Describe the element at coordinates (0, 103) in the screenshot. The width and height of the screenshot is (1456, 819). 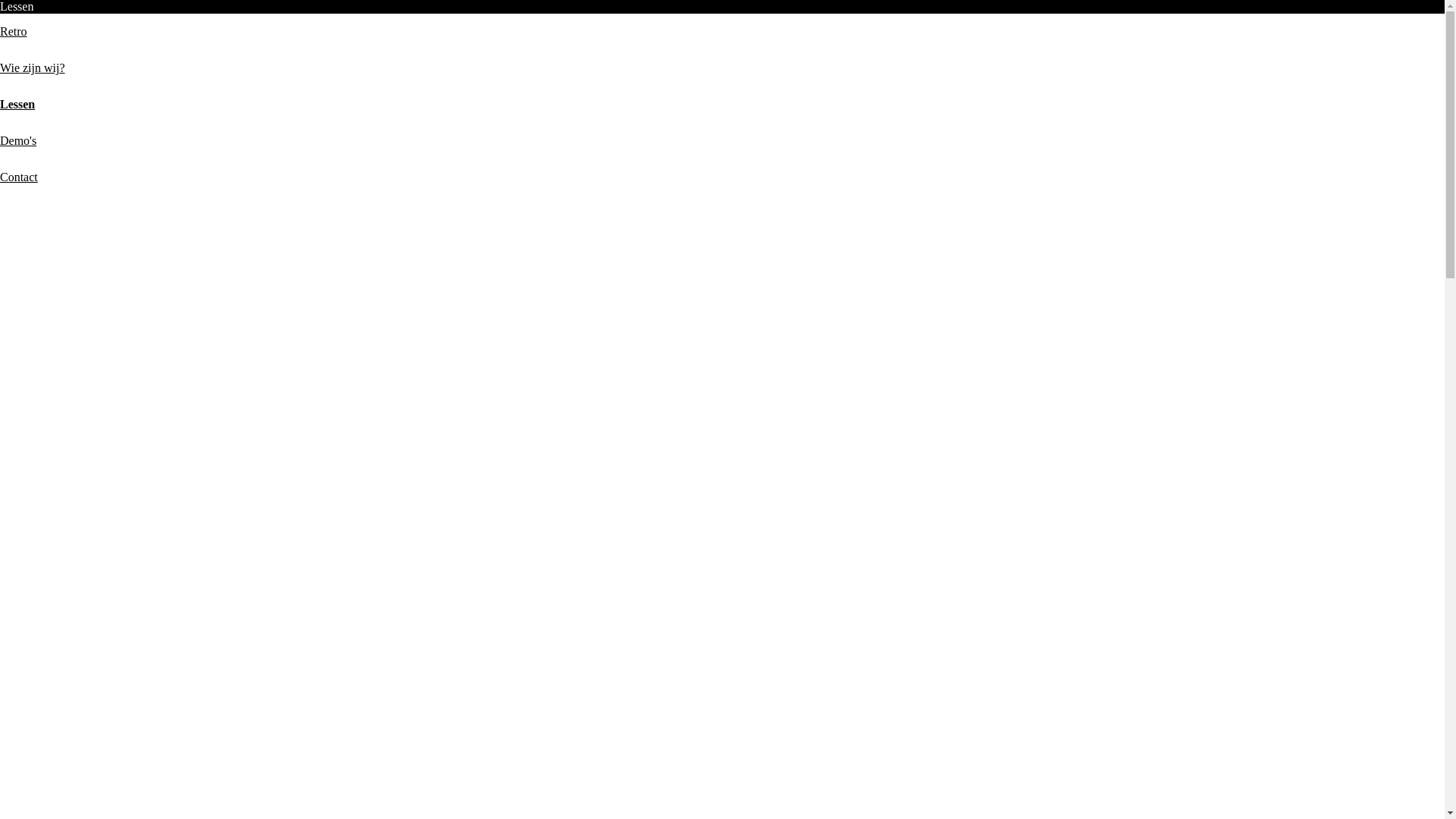
I see `'Lessen'` at that location.